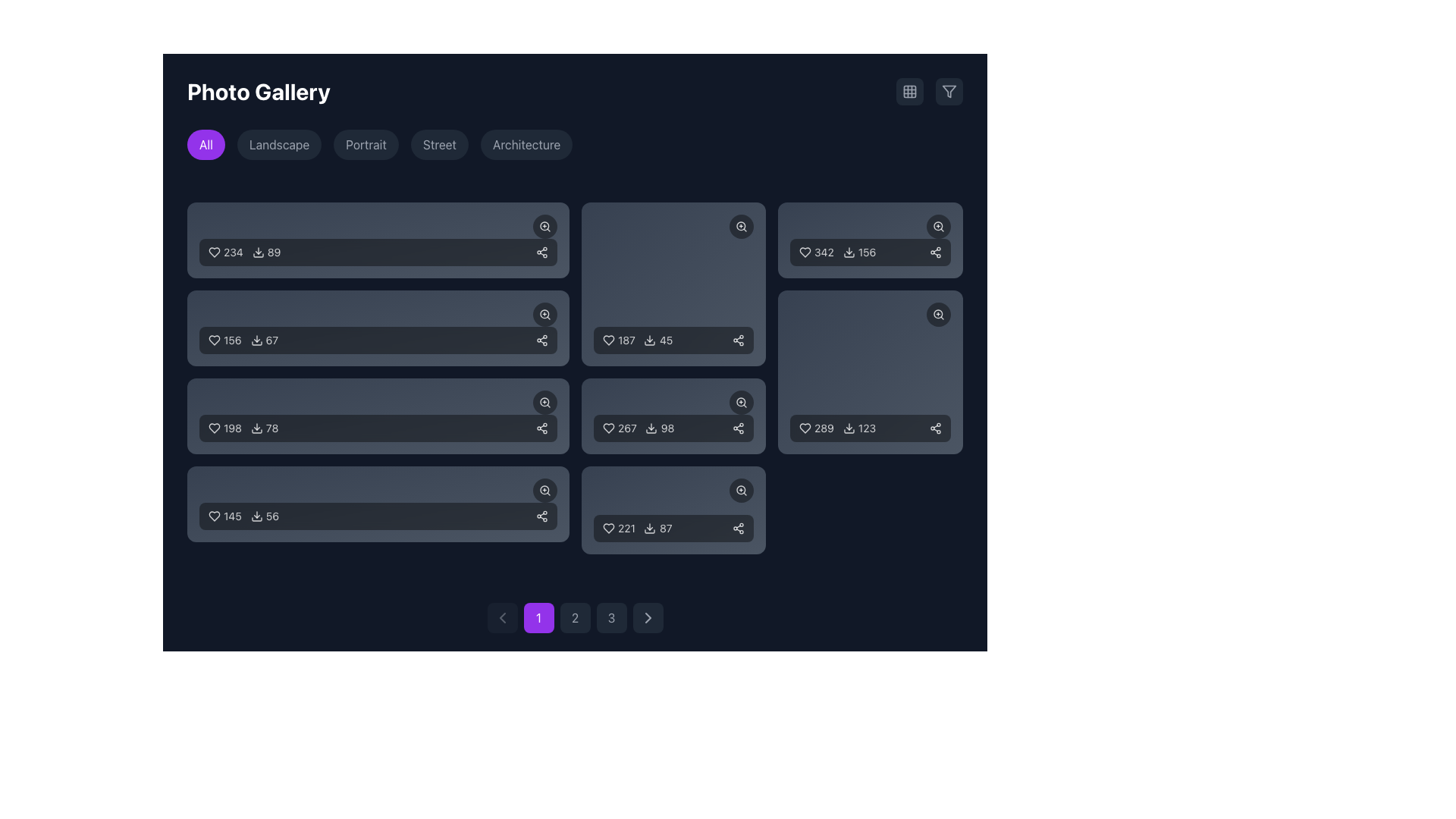 This screenshot has width=1456, height=819. I want to click on the heart icon with the number '145' to like the item, located in the bottom-most card, leftmost segment, above the number '56', so click(224, 516).